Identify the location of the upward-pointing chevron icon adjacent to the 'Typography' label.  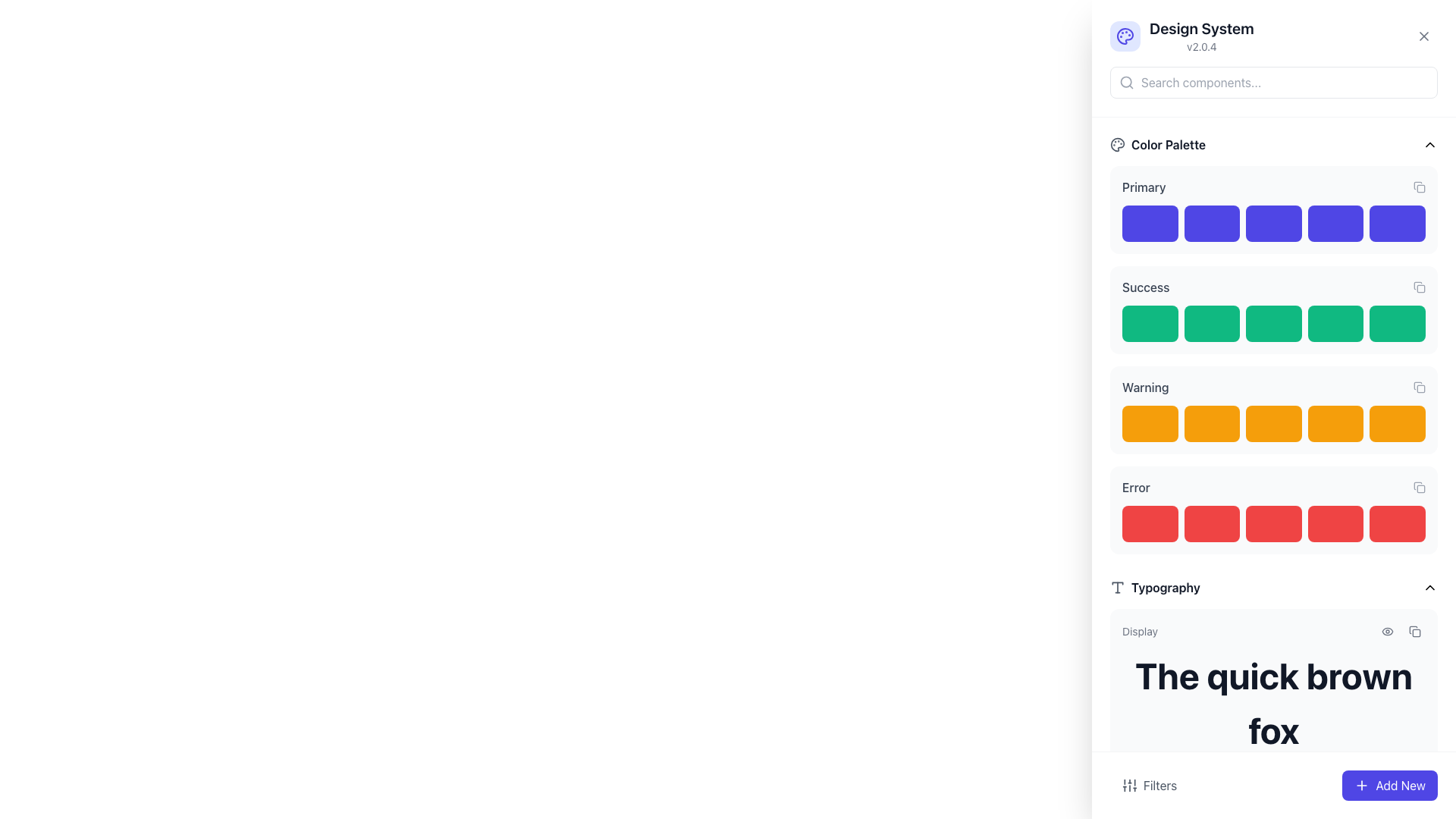
(1429, 587).